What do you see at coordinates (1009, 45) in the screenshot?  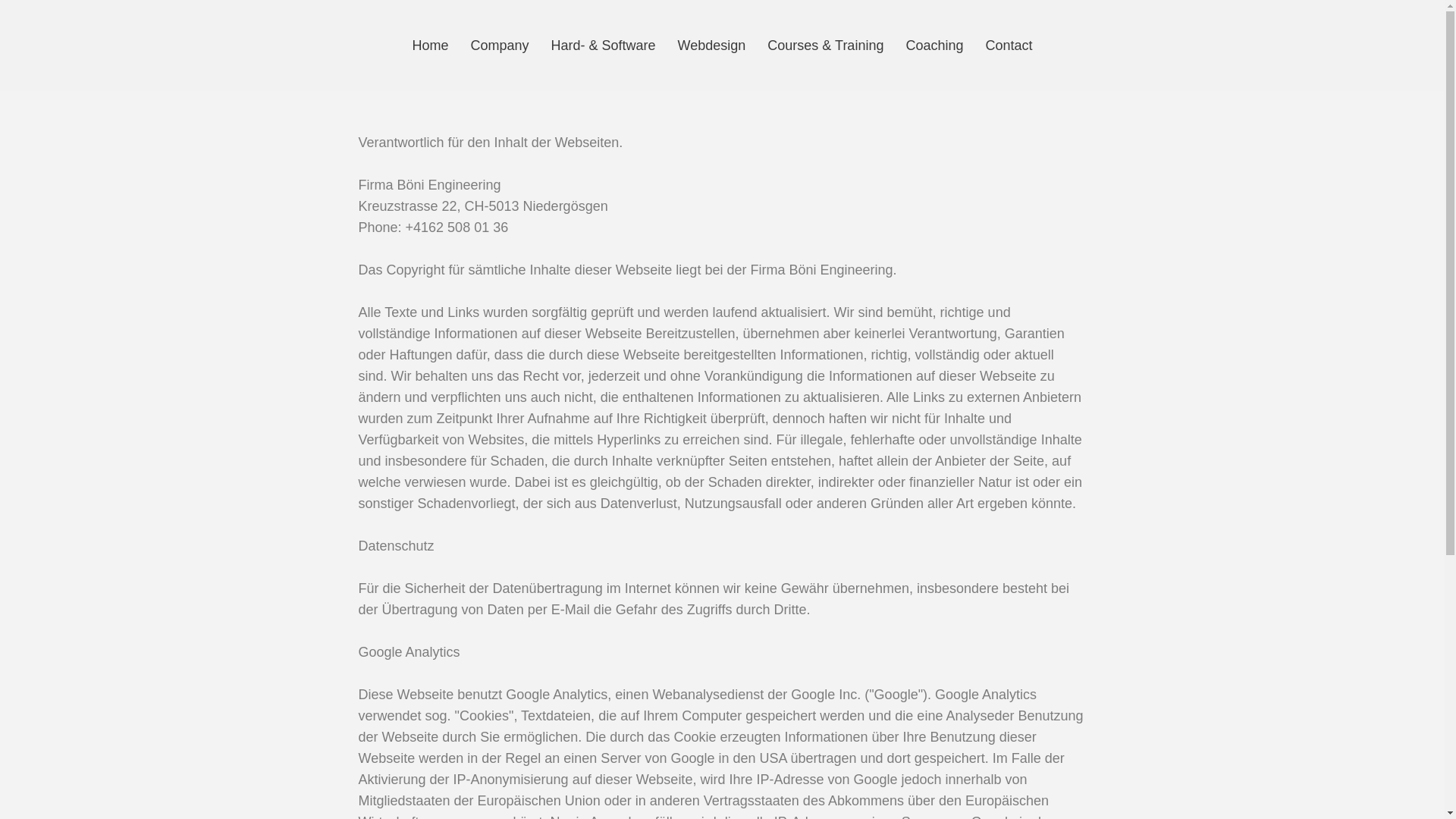 I see `'Contact'` at bounding box center [1009, 45].